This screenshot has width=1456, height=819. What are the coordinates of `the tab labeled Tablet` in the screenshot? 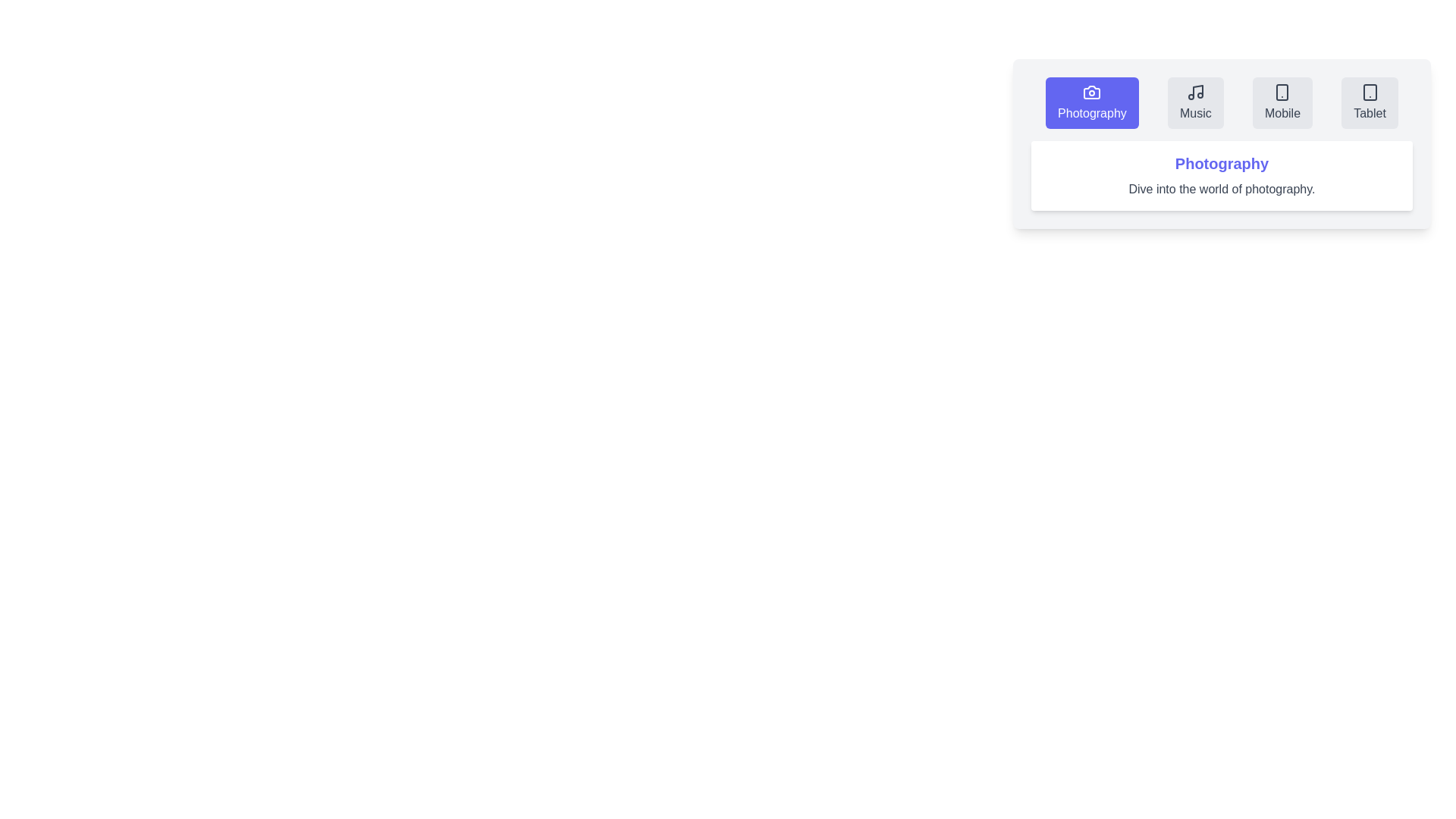 It's located at (1370, 102).